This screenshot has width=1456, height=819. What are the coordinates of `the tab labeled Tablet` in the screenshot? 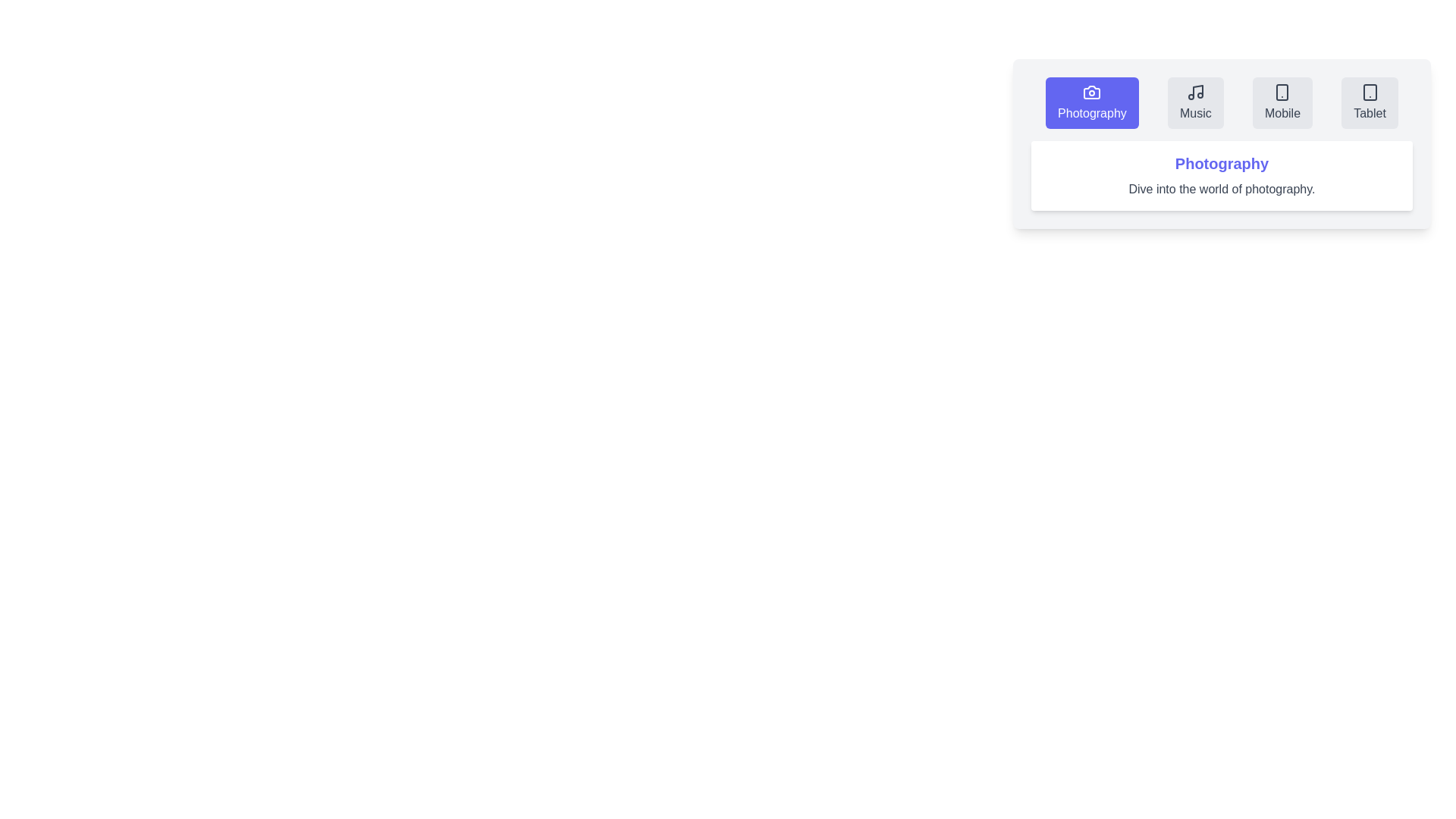 It's located at (1370, 102).